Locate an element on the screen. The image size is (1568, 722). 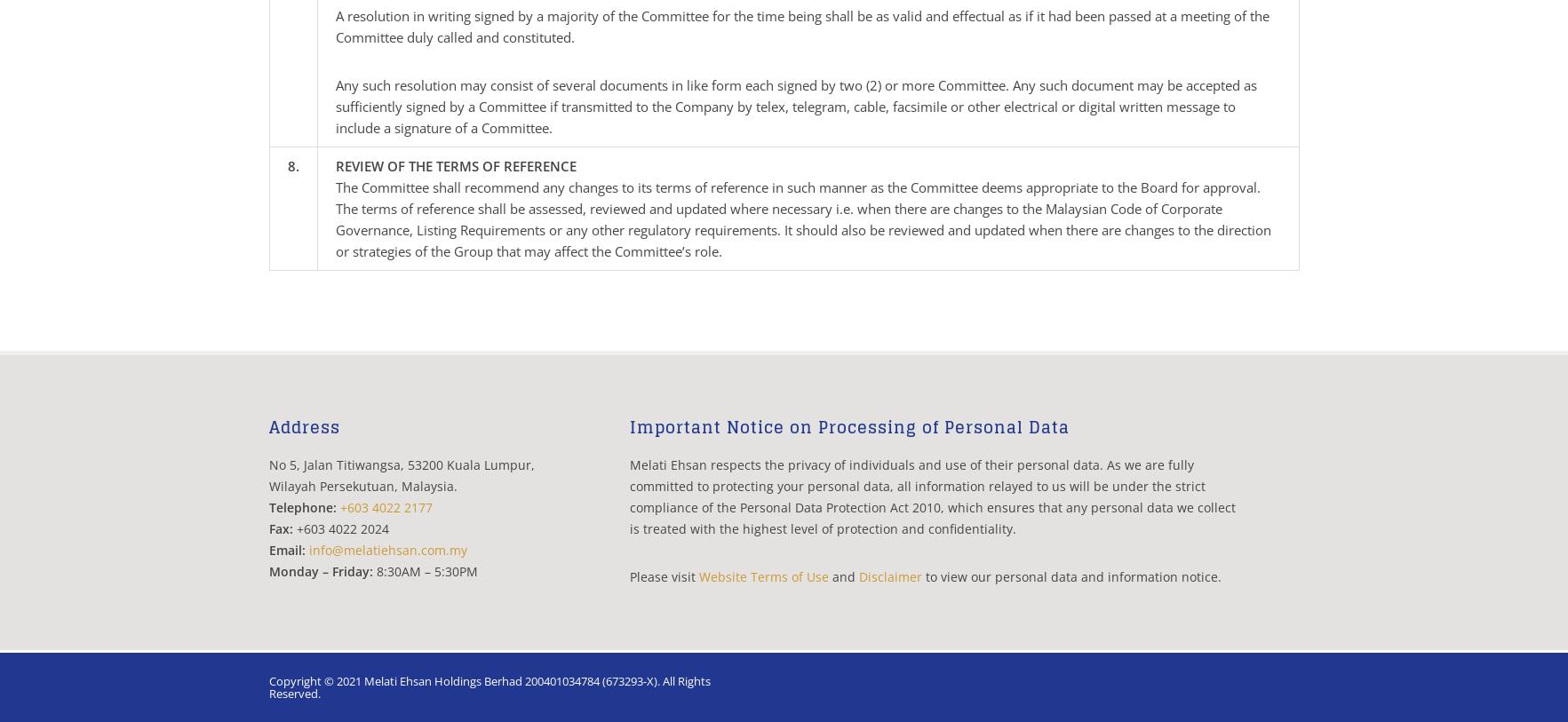
'No 5, Jalan Titiwangsa, 53200 Kuala Lumpur,' is located at coordinates (400, 464).